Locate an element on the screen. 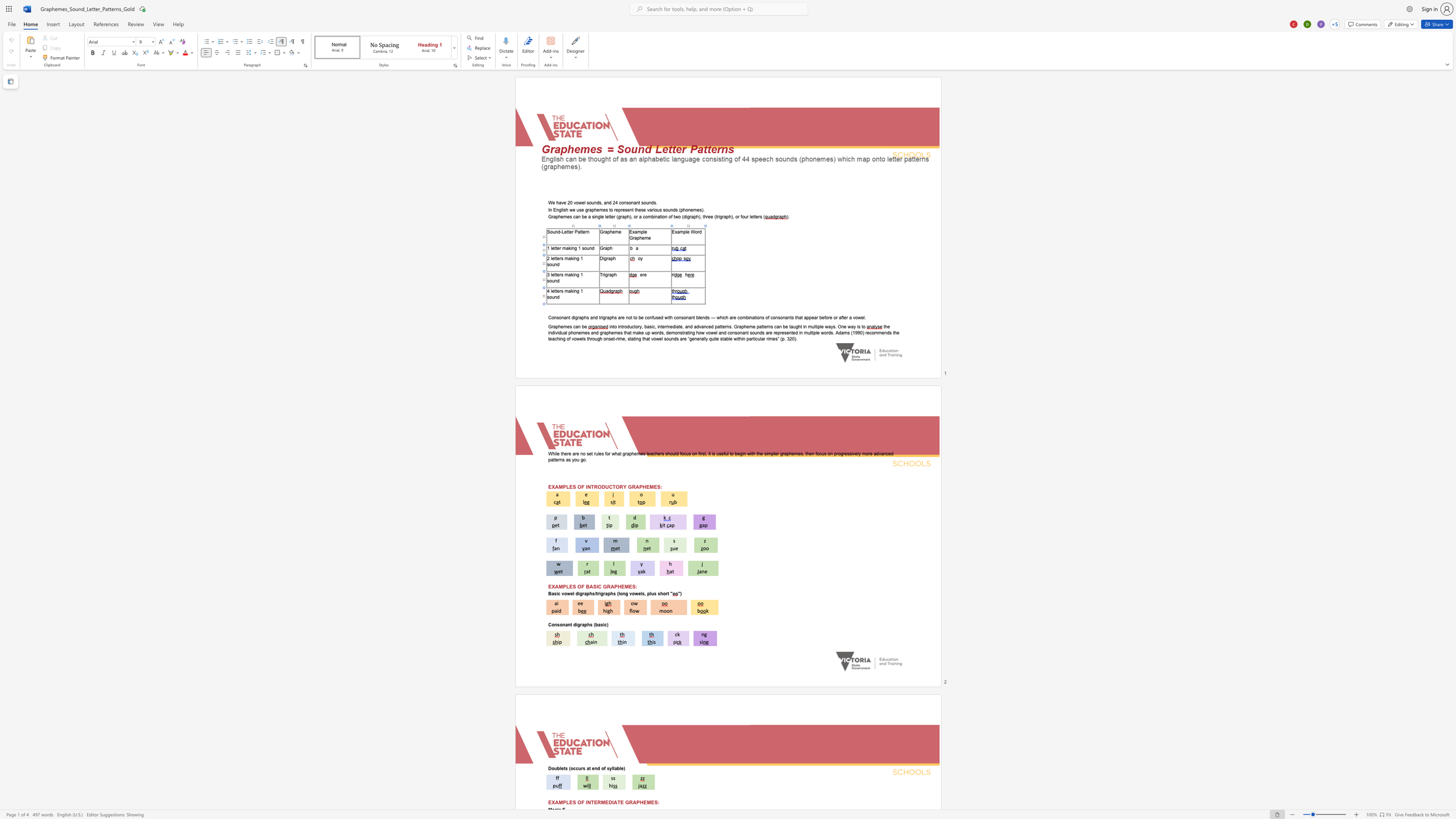  the 9th character "a" in the text is located at coordinates (786, 317).